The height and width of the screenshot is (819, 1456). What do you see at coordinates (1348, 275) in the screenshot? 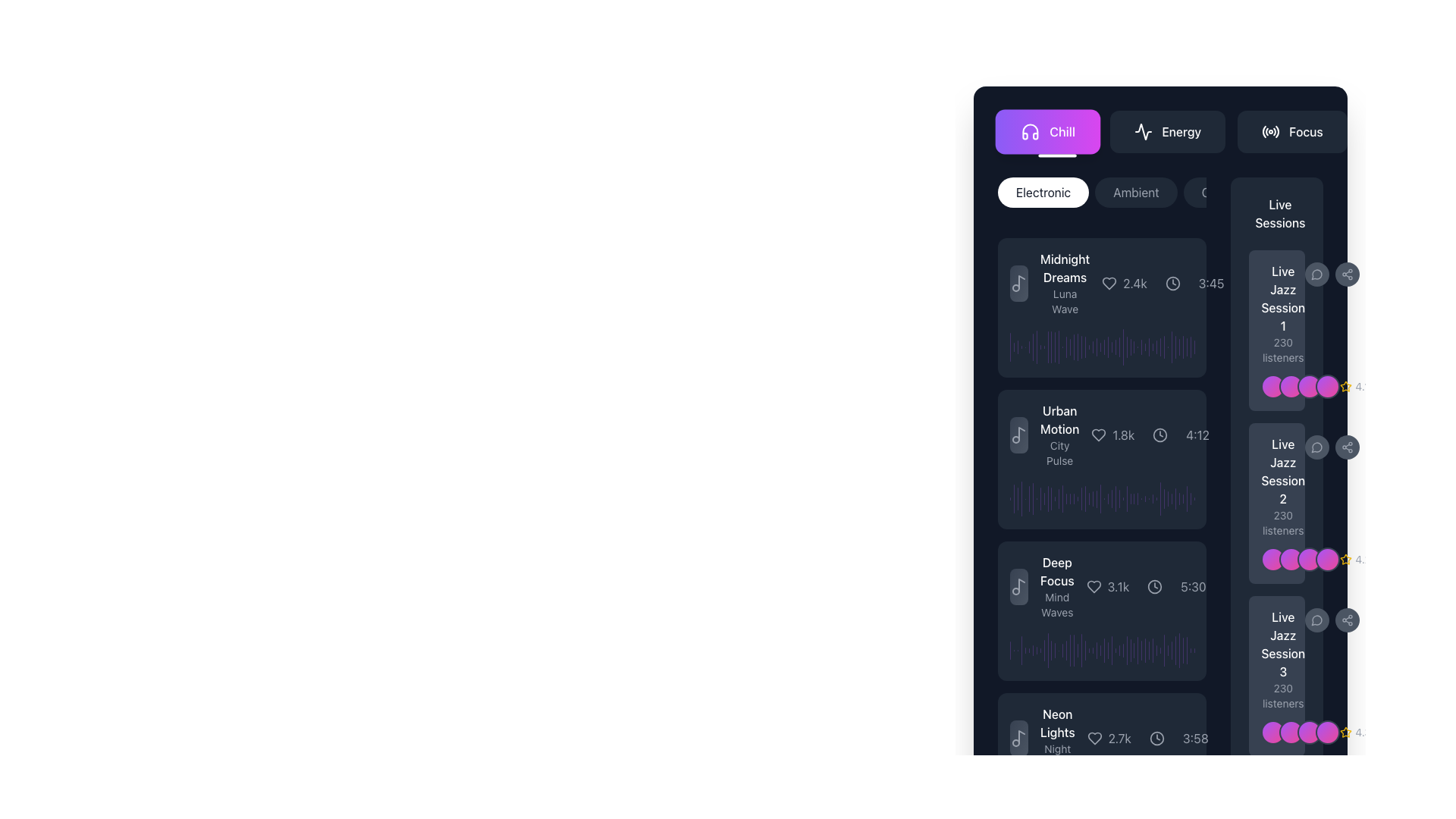
I see `the share icon, which is represented by three connected dots forming a triangular network, located in the bottom-right corner of the context, directly below the magnifying glass icon and above the shaded rating star symbol, to share the content` at bounding box center [1348, 275].